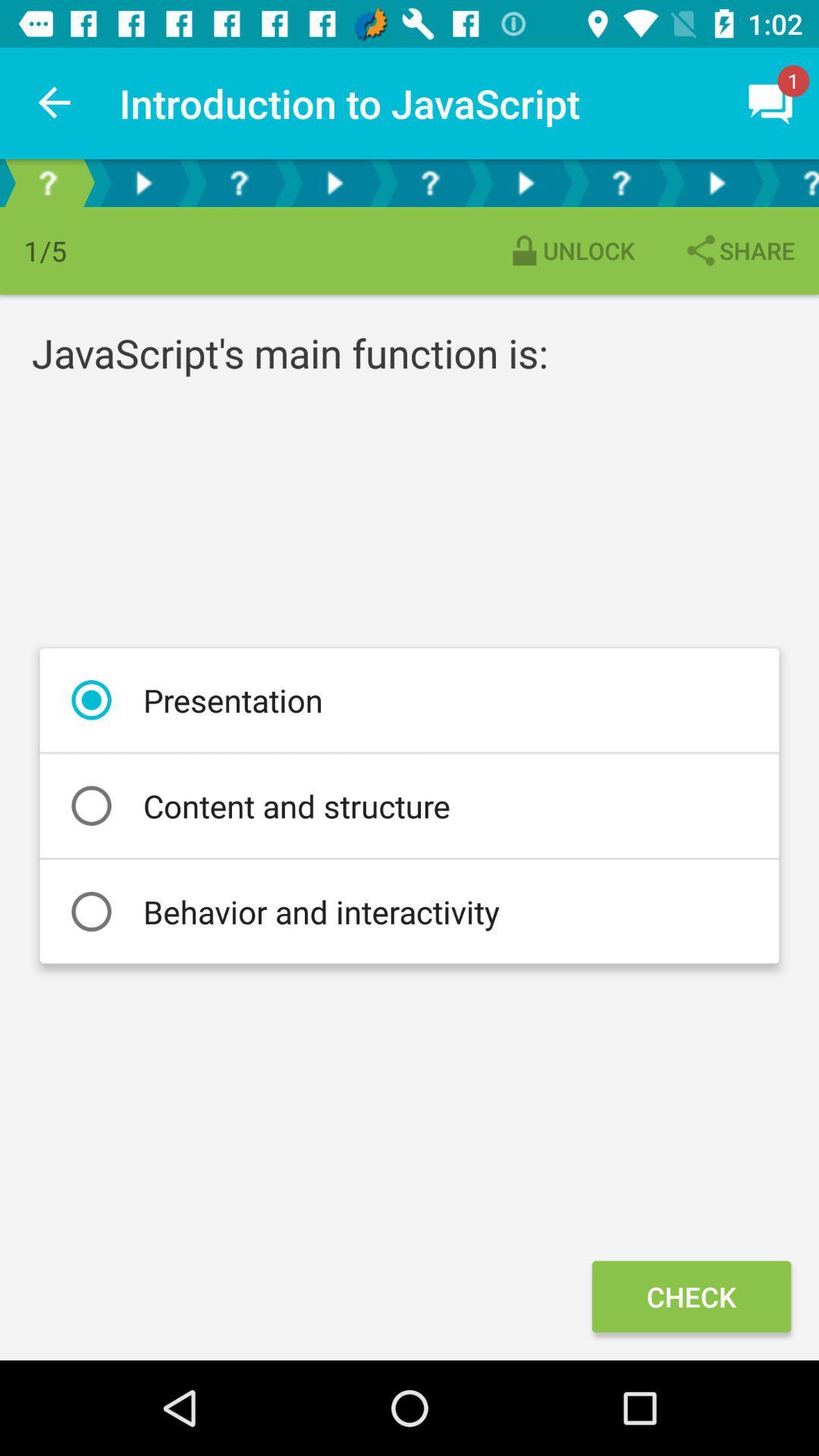  Describe the element at coordinates (143, 182) in the screenshot. I see `proceed to next segment` at that location.